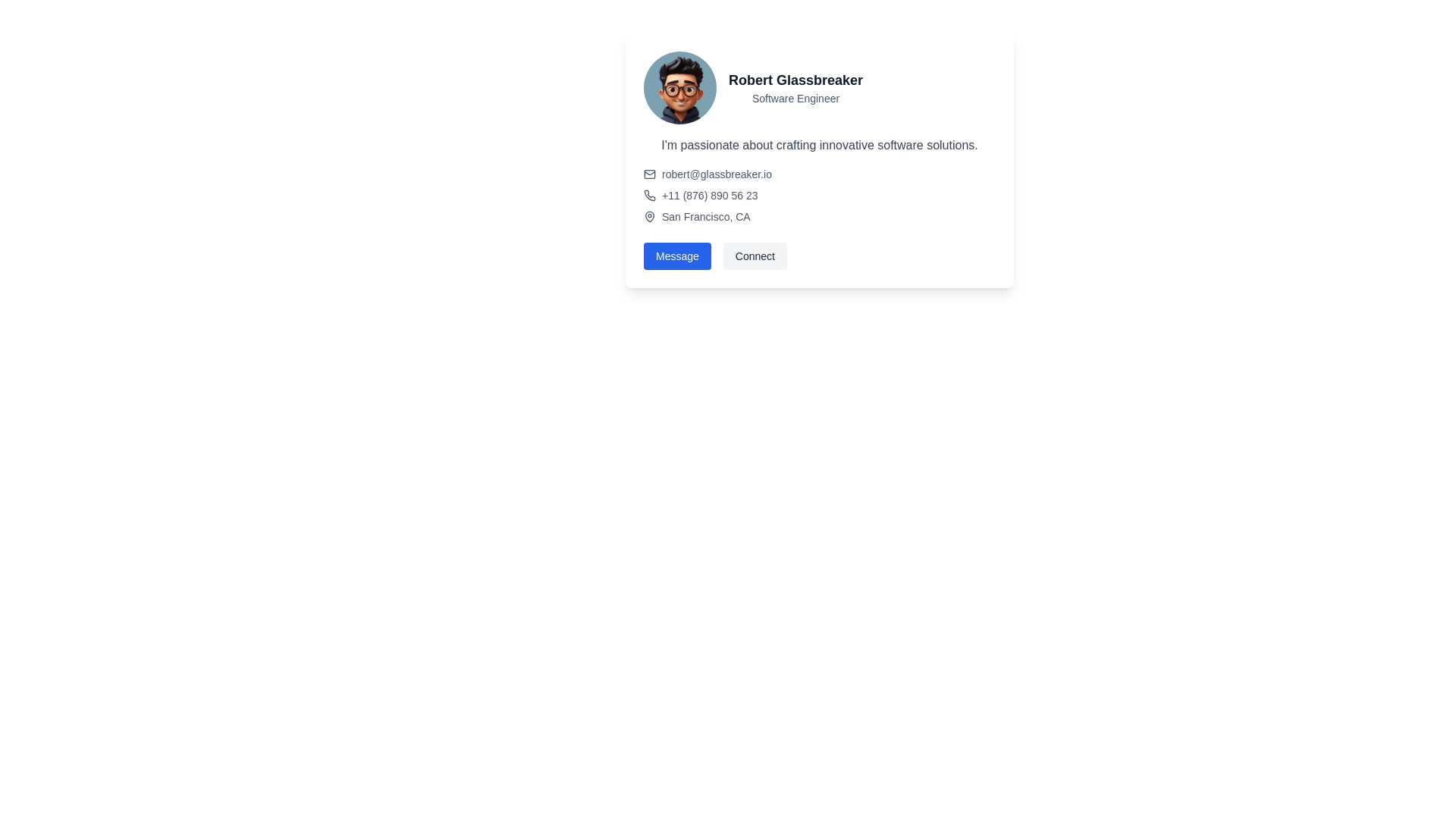 This screenshot has width=1456, height=819. What do you see at coordinates (795, 80) in the screenshot?
I see `text element displaying the name 'Robert Glassbreaker', which is in bold, large-sized font and prominently located at the upper-left corner of the profile card layout` at bounding box center [795, 80].